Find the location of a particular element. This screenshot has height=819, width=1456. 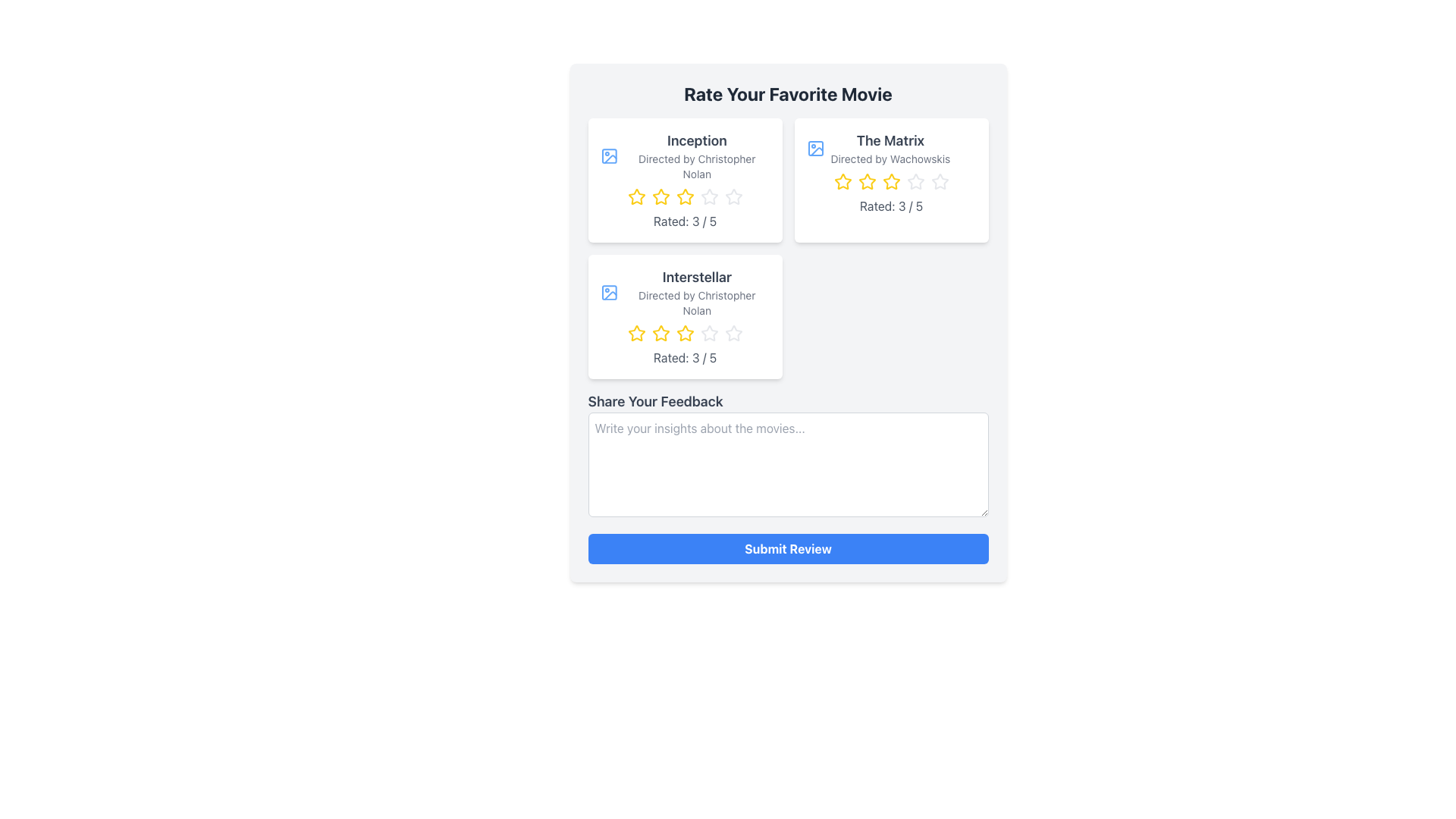

the third star in the five-star rating system for the movie 'Inception' is located at coordinates (684, 196).